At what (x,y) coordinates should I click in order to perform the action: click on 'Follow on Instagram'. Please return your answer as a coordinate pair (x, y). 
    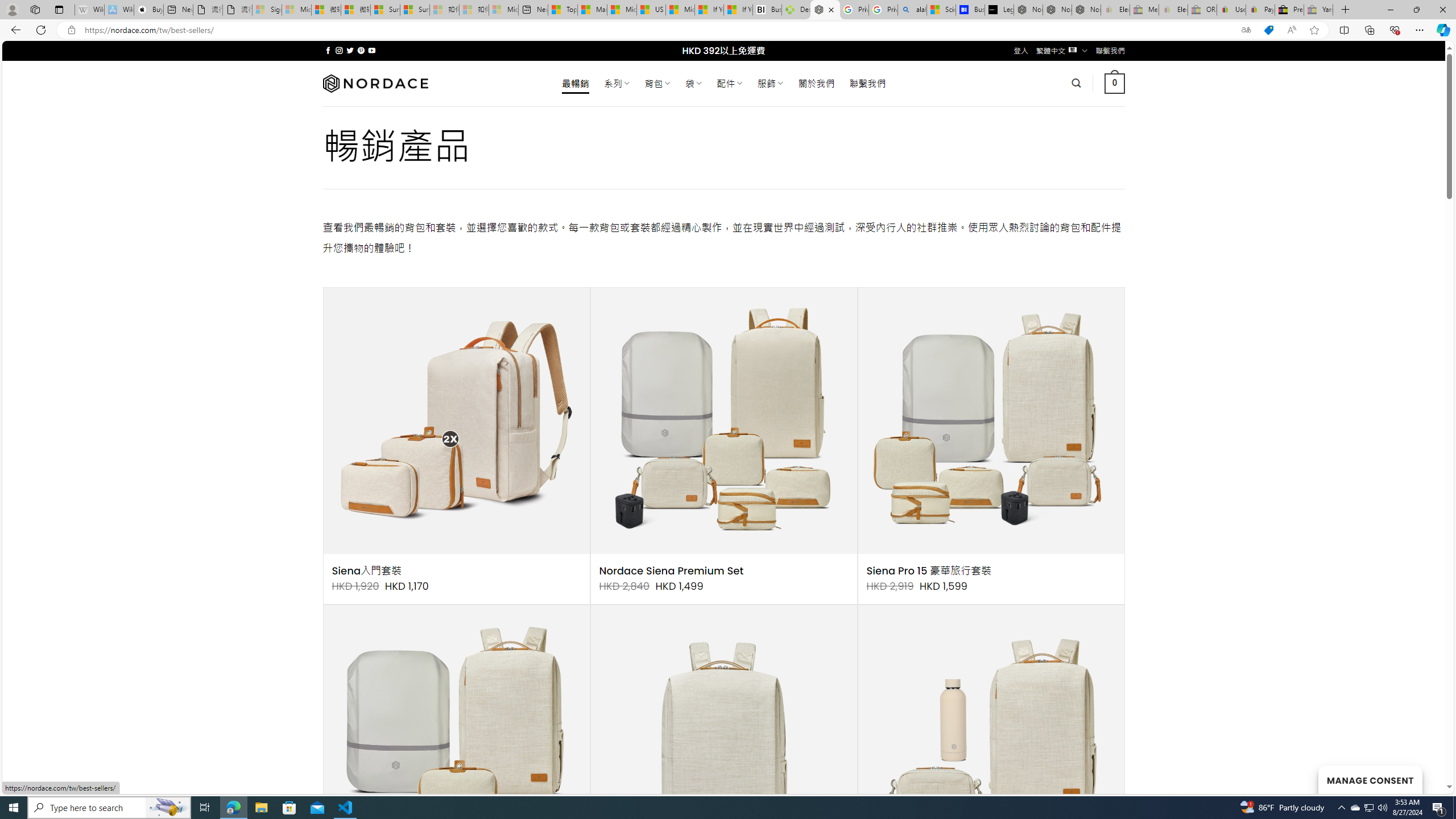
    Looking at the image, I should click on (338, 50).